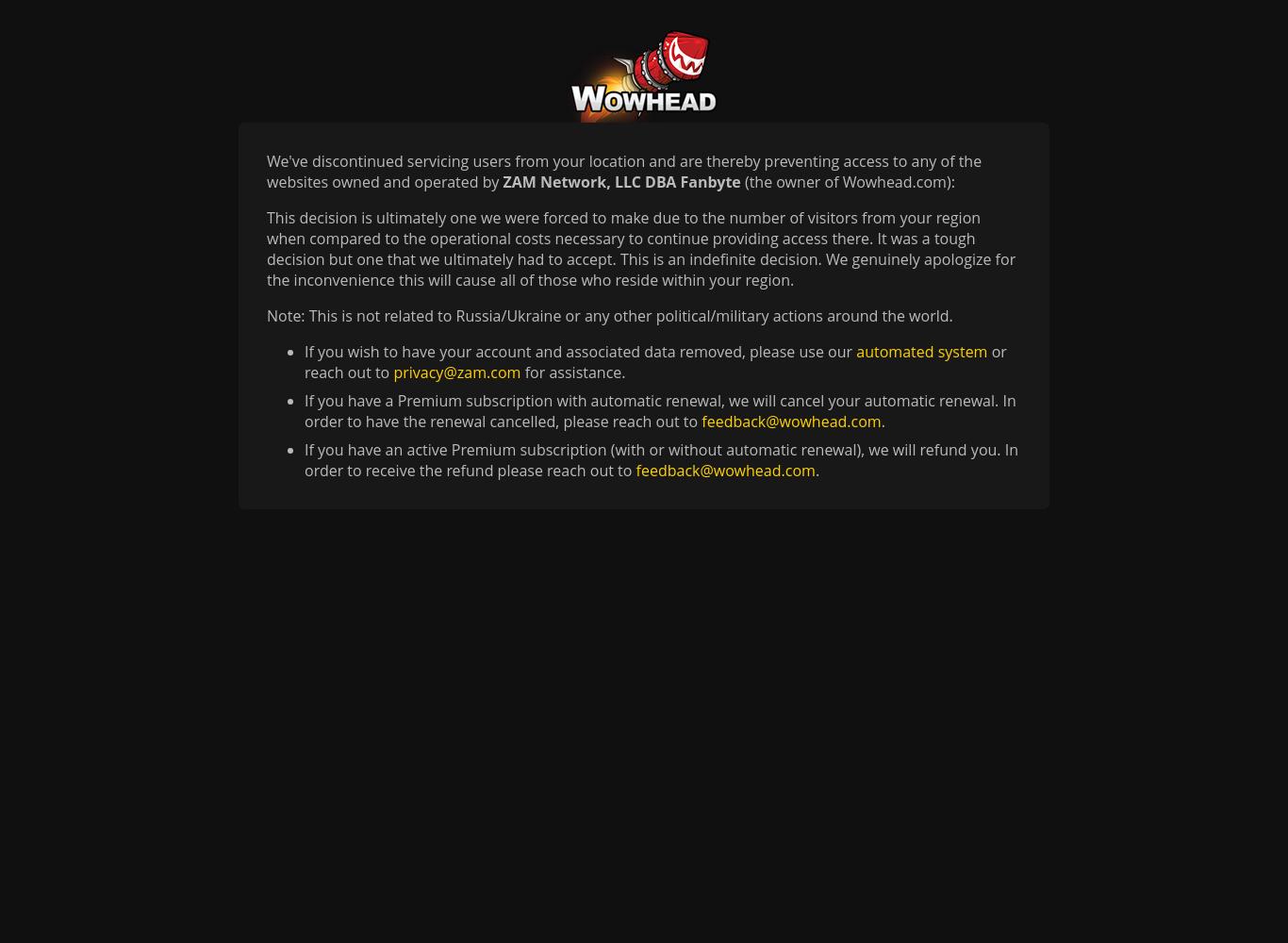  I want to click on 'automated system', so click(921, 351).